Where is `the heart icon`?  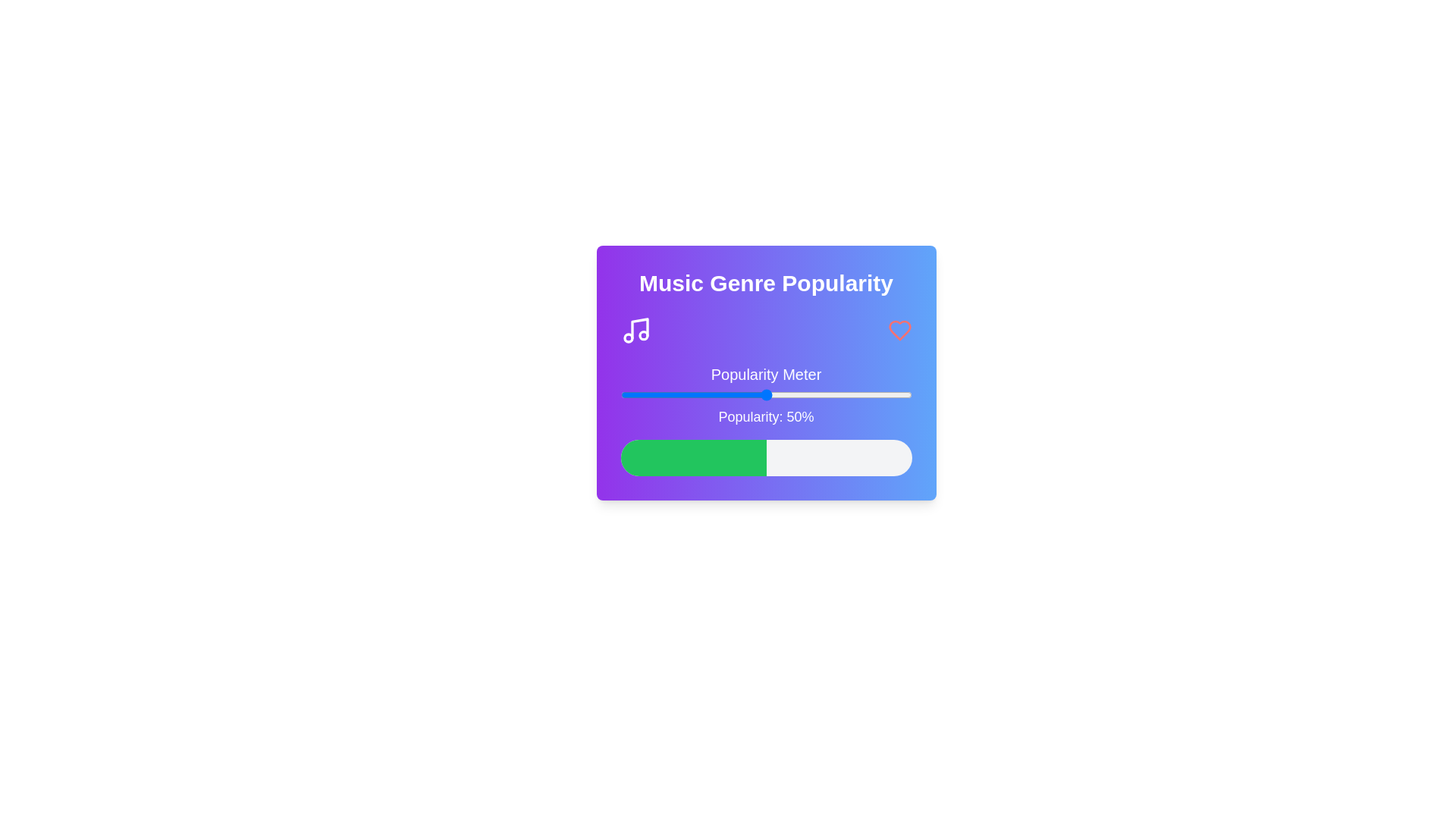
the heart icon is located at coordinates (899, 329).